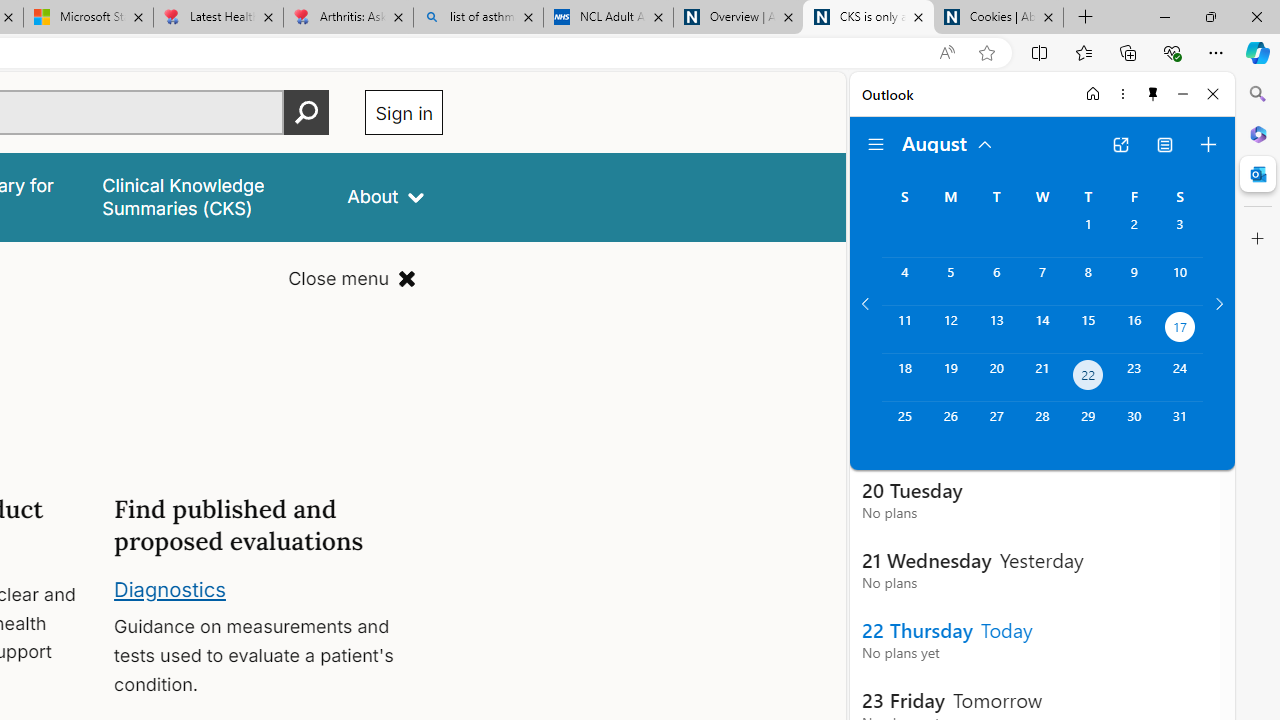 Image resolution: width=1280 pixels, height=720 pixels. I want to click on 'Tuesday, August 20, 2024. ', so click(996, 377).